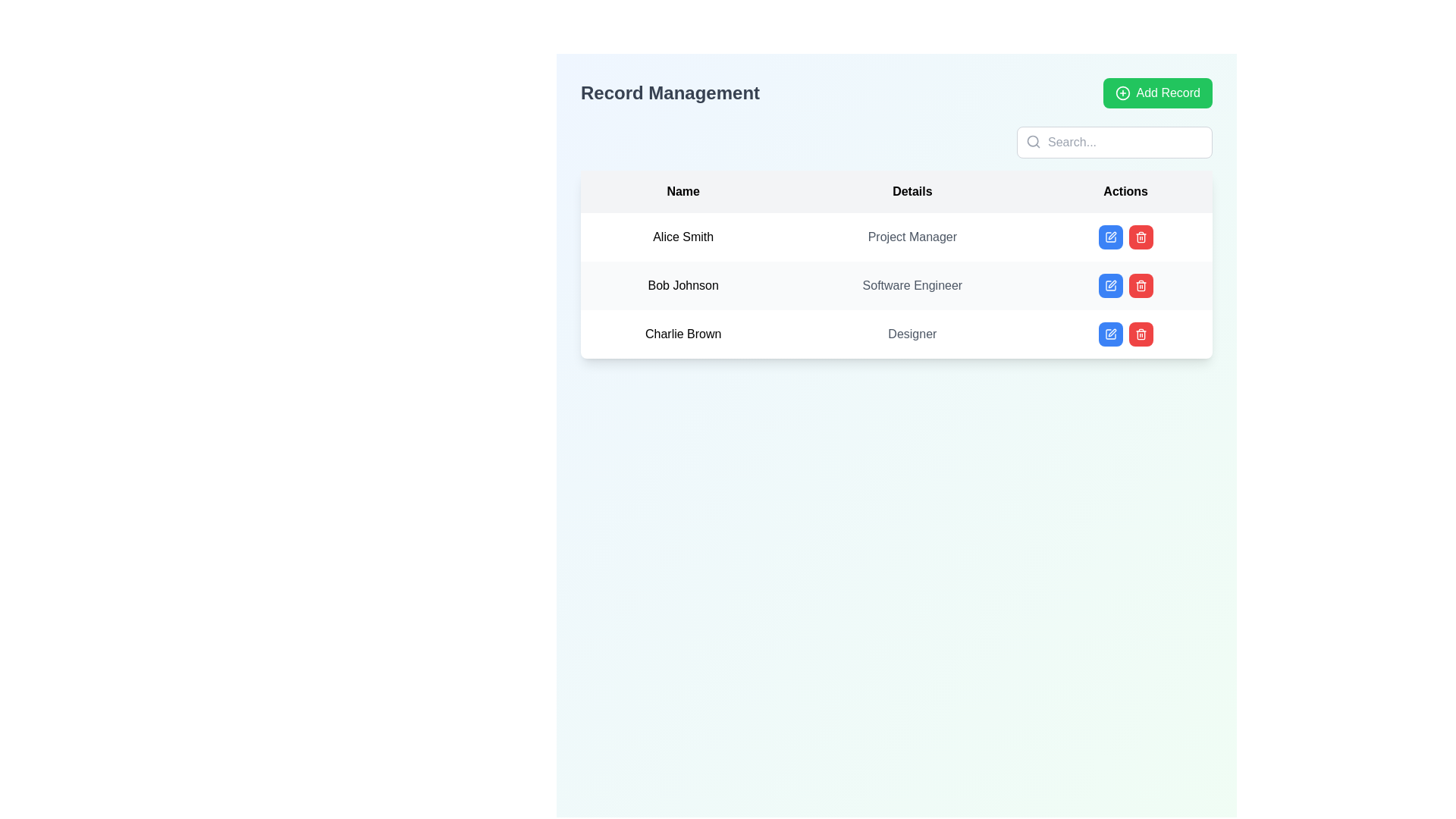  I want to click on the 'Record Management' text label, which serves as a title or heading indicating the focus of the current page or section, located near the top-left portion of the interface, so click(669, 93).